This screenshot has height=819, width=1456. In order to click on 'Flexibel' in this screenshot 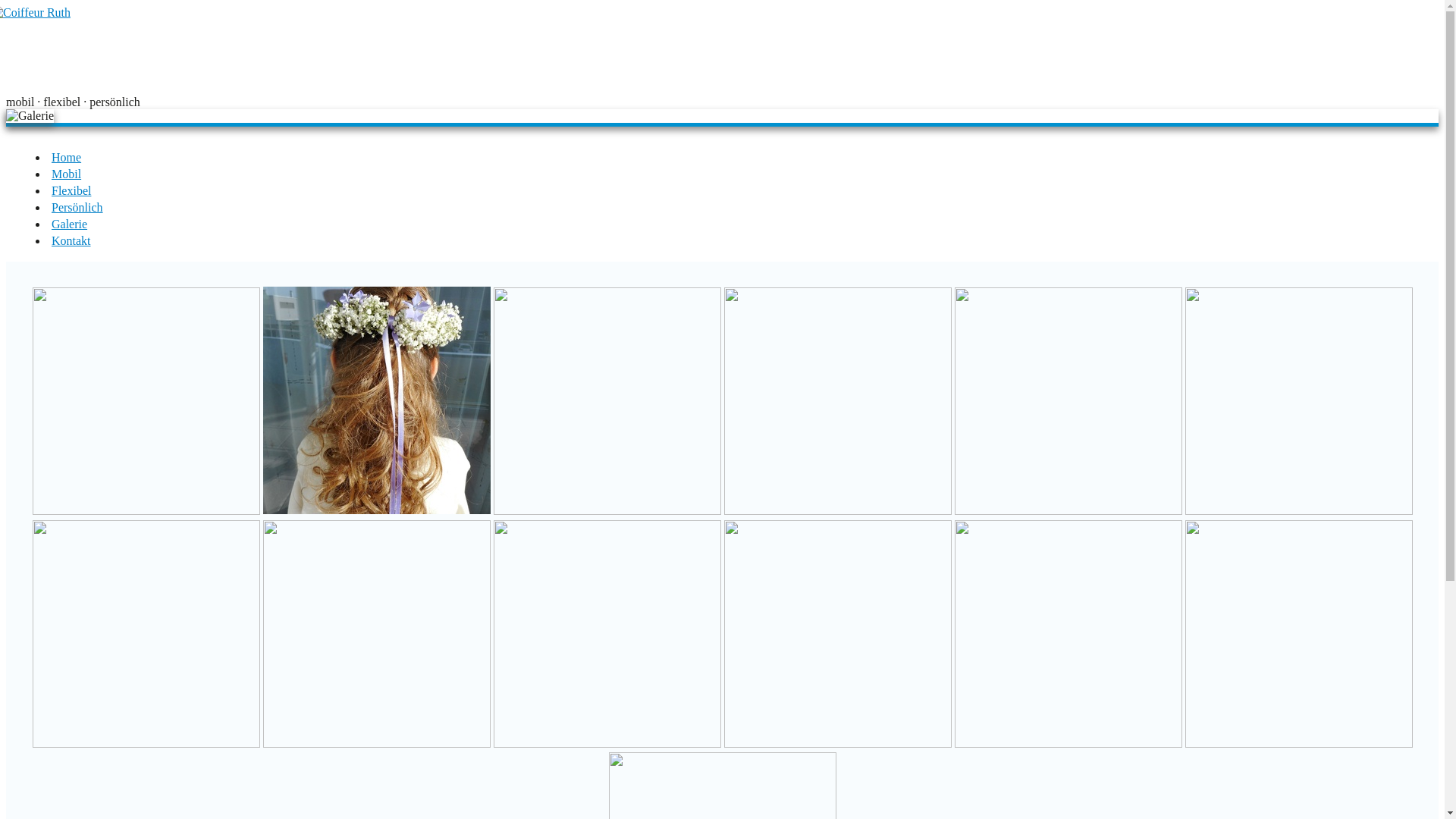, I will do `click(71, 190)`.